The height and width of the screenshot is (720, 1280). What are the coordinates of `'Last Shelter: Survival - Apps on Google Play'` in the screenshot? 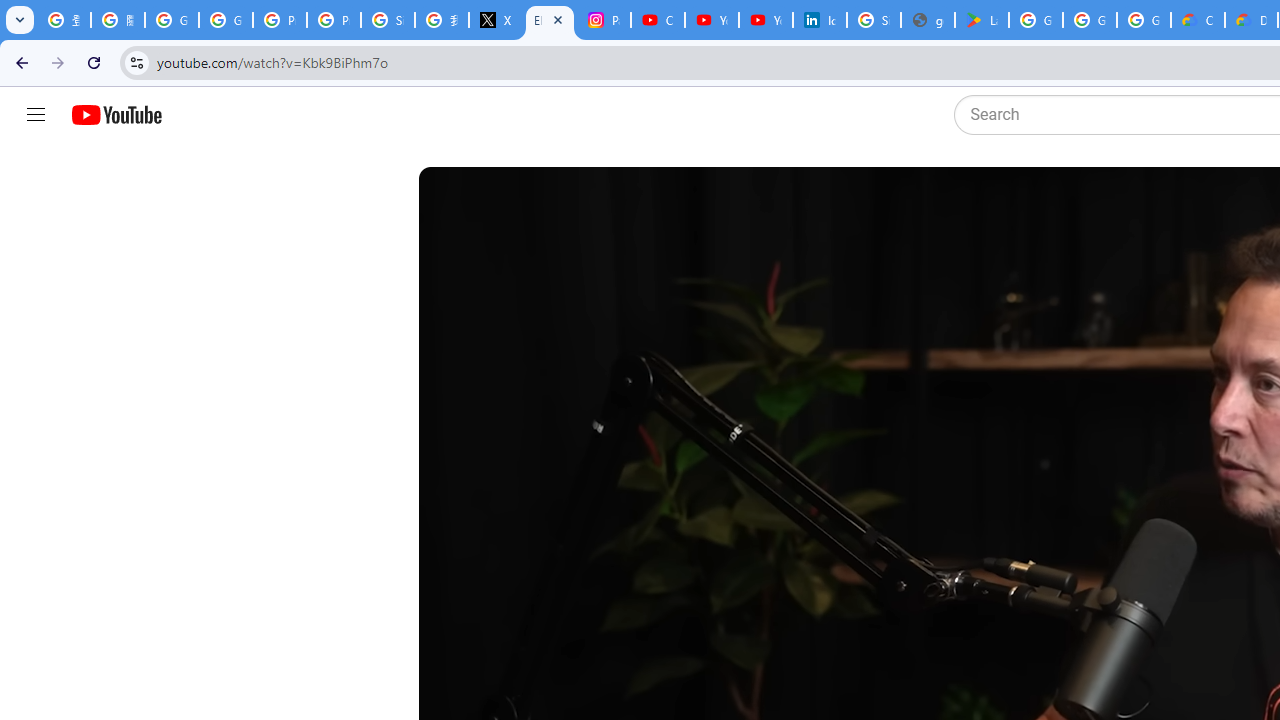 It's located at (981, 20).